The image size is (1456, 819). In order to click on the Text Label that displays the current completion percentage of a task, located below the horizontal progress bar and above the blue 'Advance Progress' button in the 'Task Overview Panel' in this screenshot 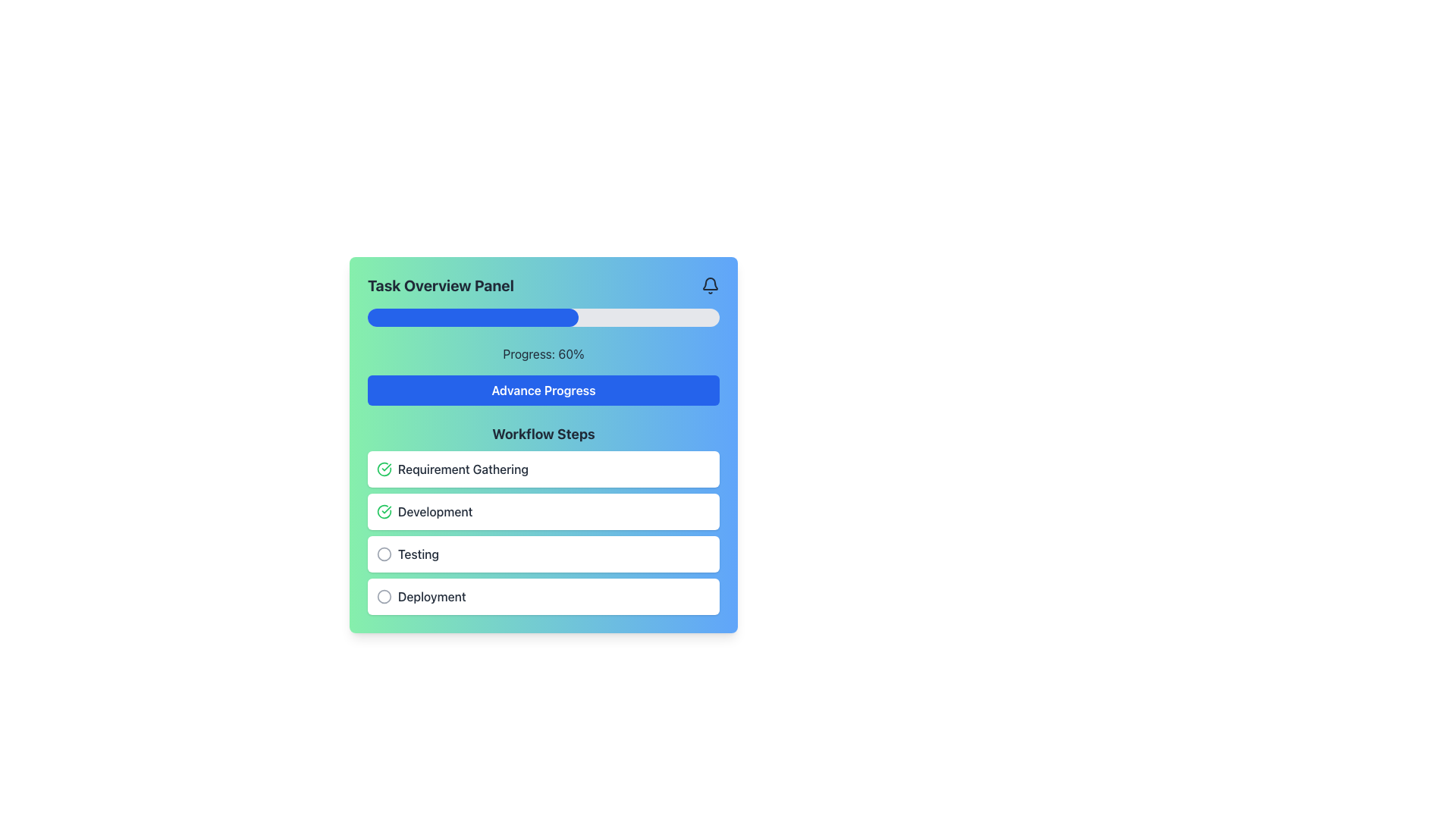, I will do `click(543, 353)`.